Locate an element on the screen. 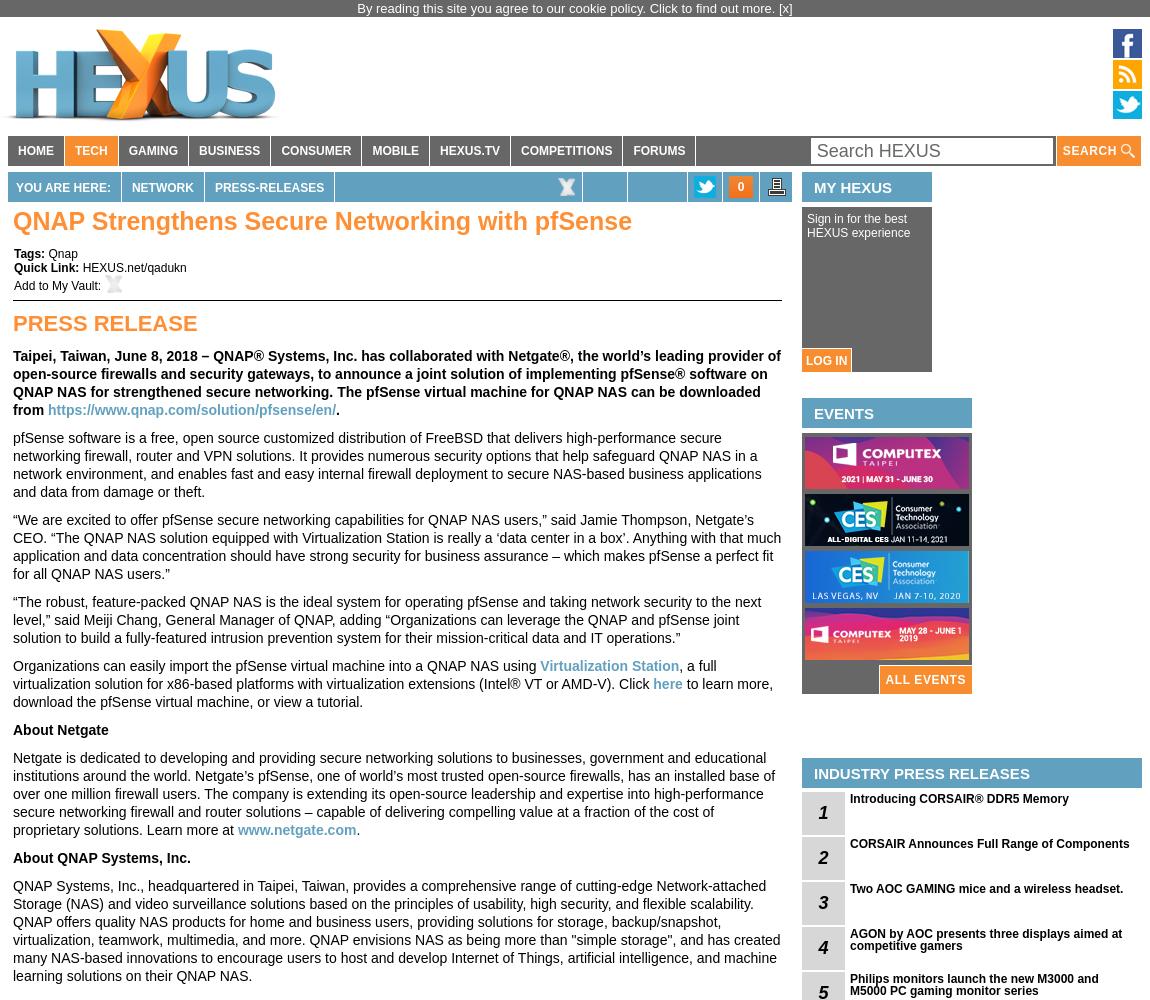  'pfSense software is a free, open source customized distribution of FreeBSD that delivers high-performance secure networking firewall, router and VPN solutions. It provides numerous security options that help safeguard QNAP NAS in a network environment, and enables fast and easy internal firewall deployment to secure NAS-based business applications and data from damage or theft.' is located at coordinates (386, 464).